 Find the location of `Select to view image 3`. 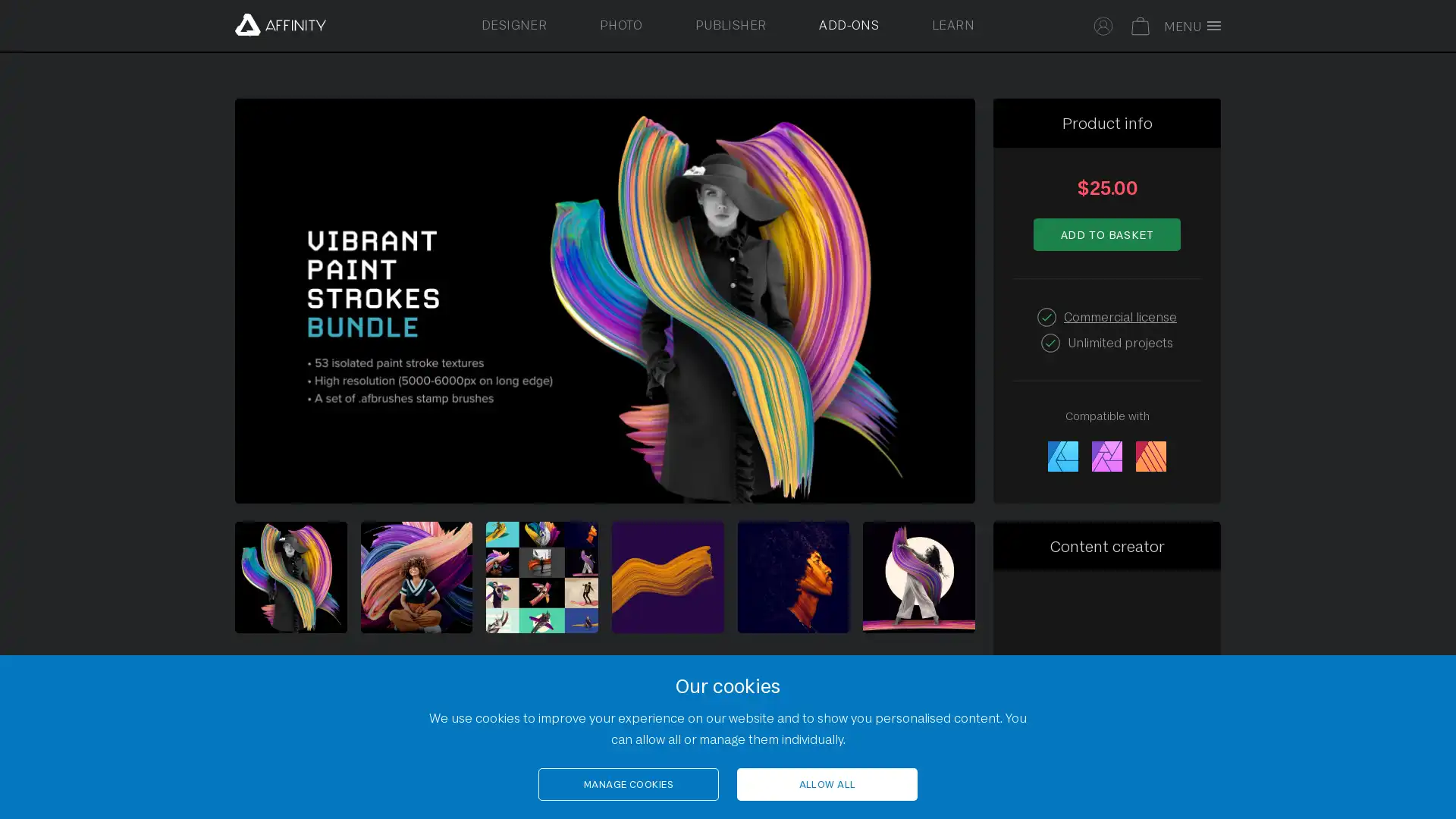

Select to view image 3 is located at coordinates (542, 576).